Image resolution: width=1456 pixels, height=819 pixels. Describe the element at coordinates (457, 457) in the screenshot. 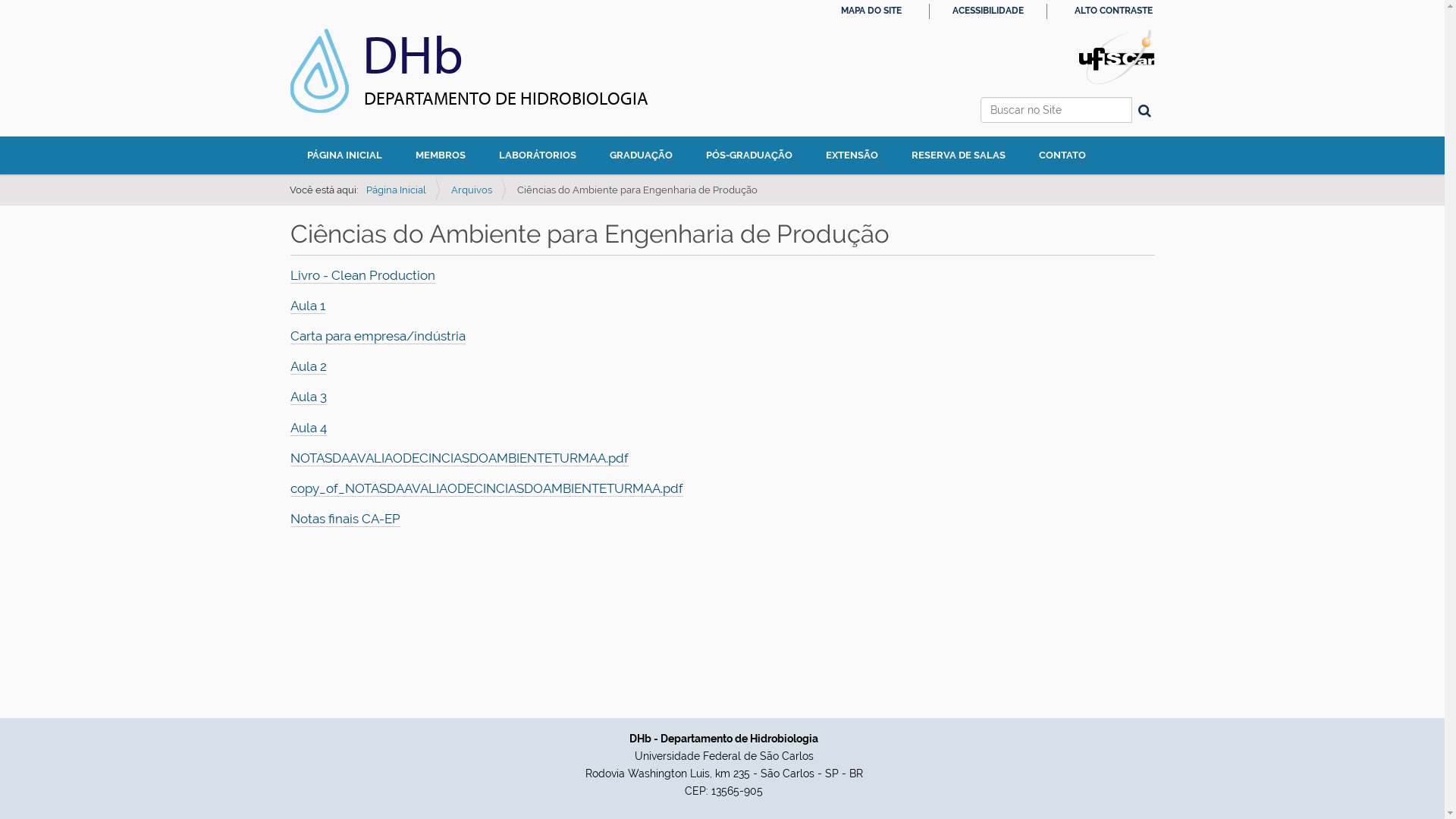

I see `'NOTASDAAVALIAODECINCIASDOAMBIENTETURMAA.pdf'` at that location.